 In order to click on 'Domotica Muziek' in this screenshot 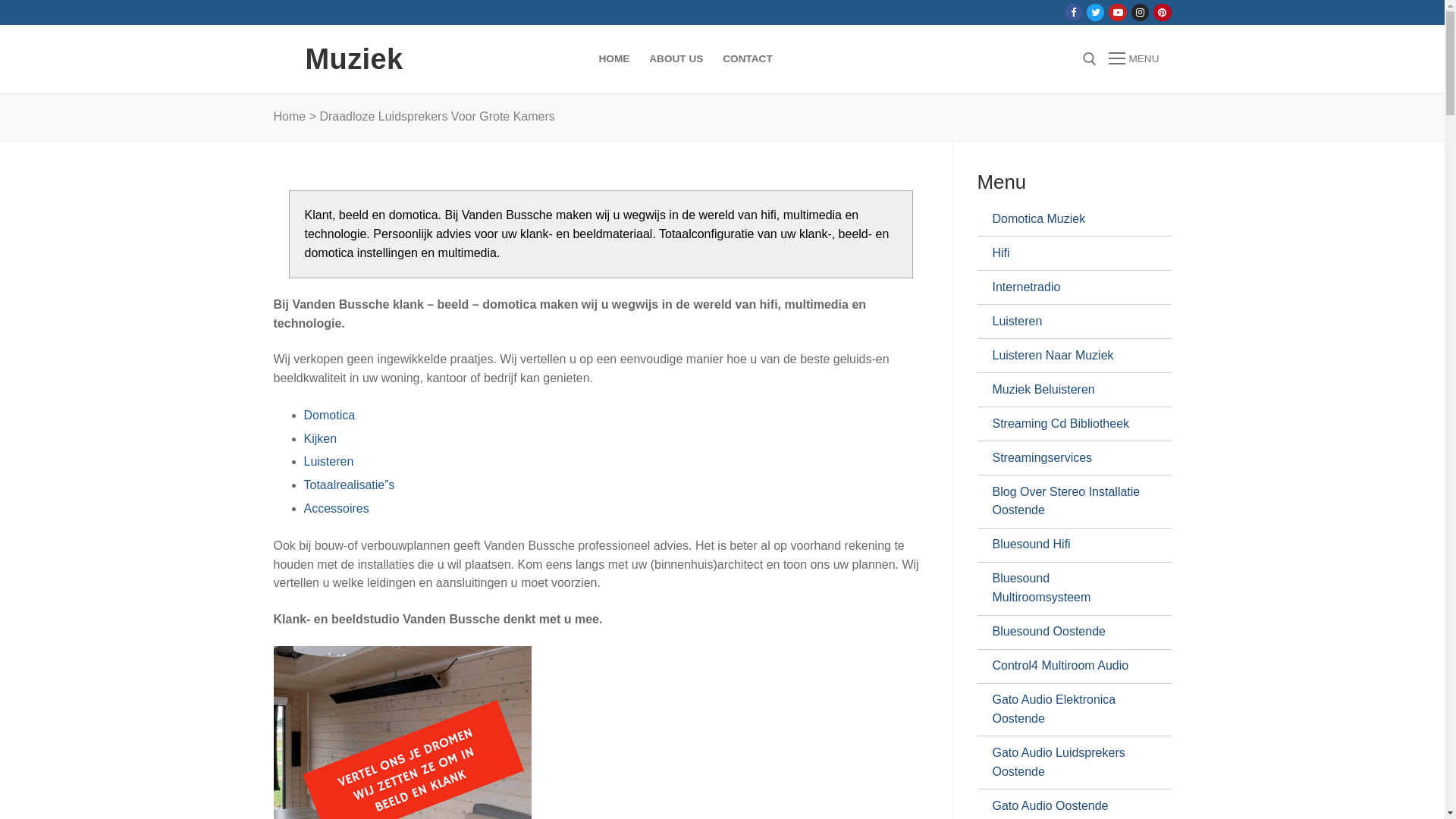, I will do `click(992, 219)`.